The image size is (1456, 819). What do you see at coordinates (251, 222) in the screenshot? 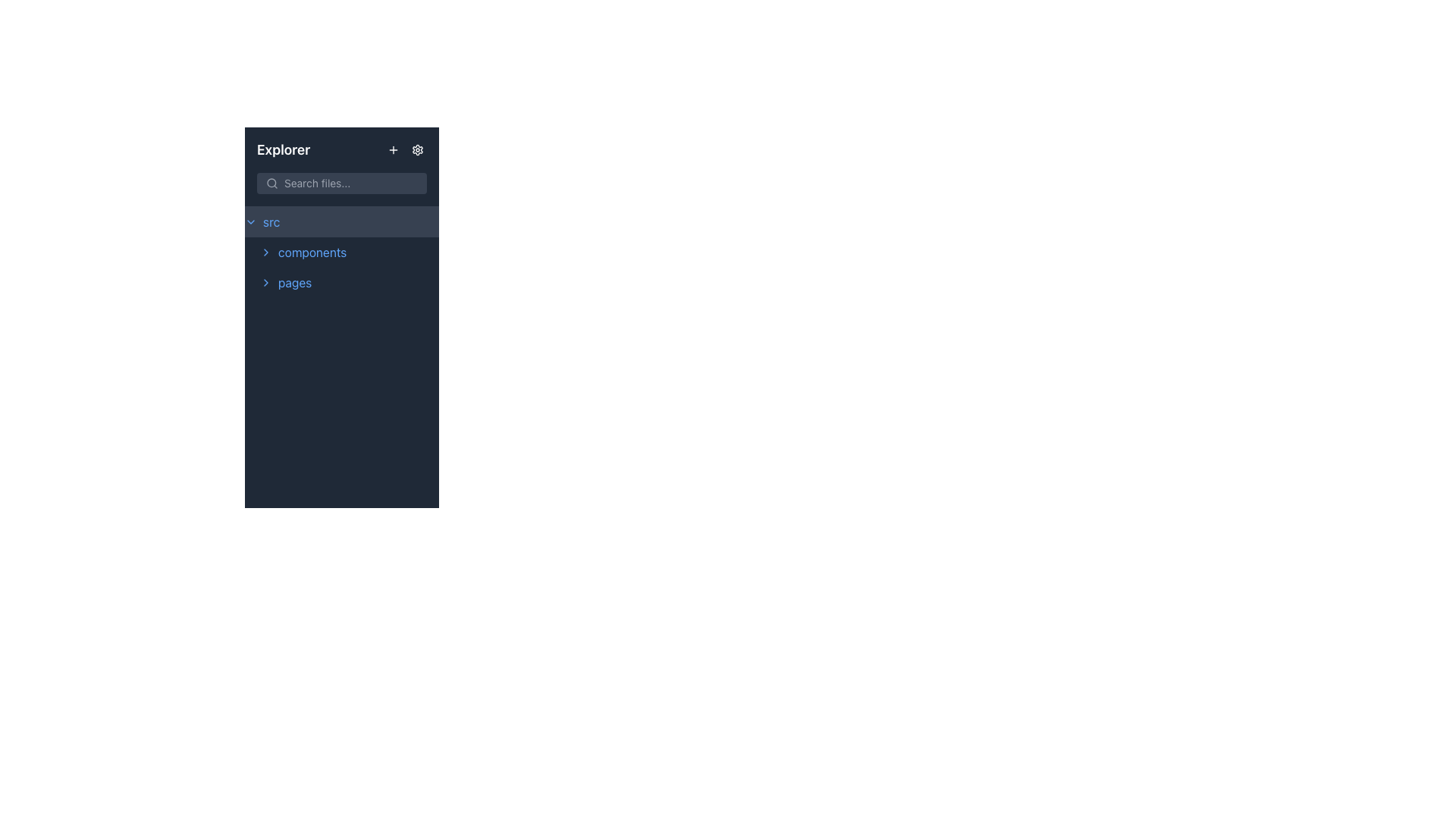
I see `the blue chevron-down icon located to the left of the text label 'src'` at bounding box center [251, 222].